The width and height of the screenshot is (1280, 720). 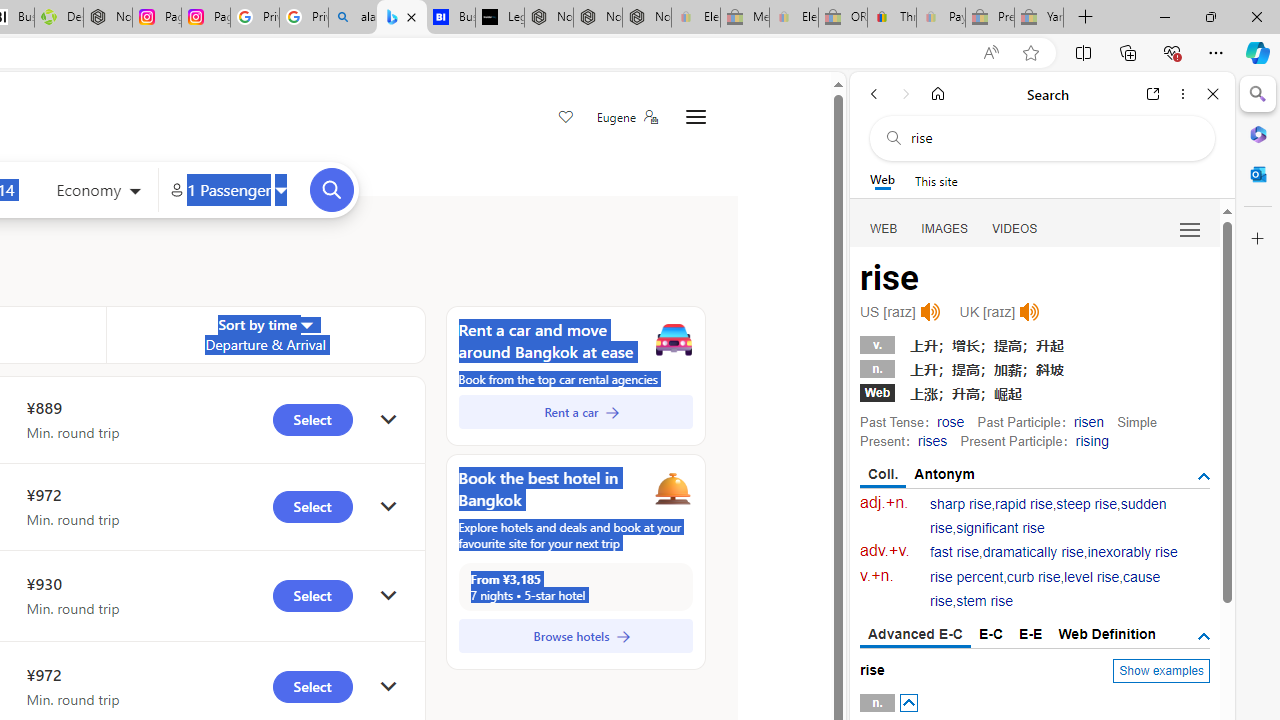 What do you see at coordinates (1029, 312) in the screenshot?
I see `'Click to listen'` at bounding box center [1029, 312].